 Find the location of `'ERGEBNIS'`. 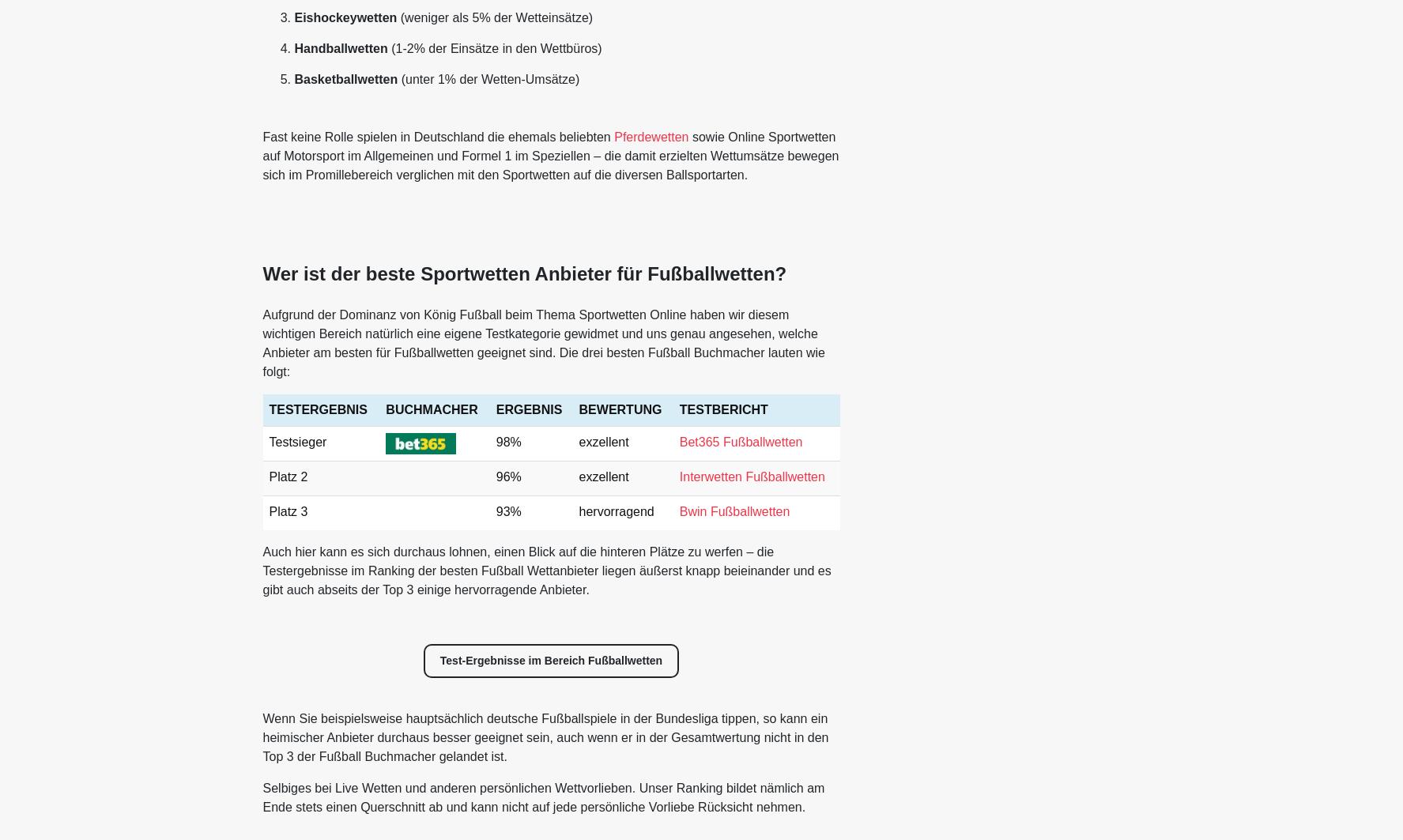

'ERGEBNIS' is located at coordinates (527, 409).